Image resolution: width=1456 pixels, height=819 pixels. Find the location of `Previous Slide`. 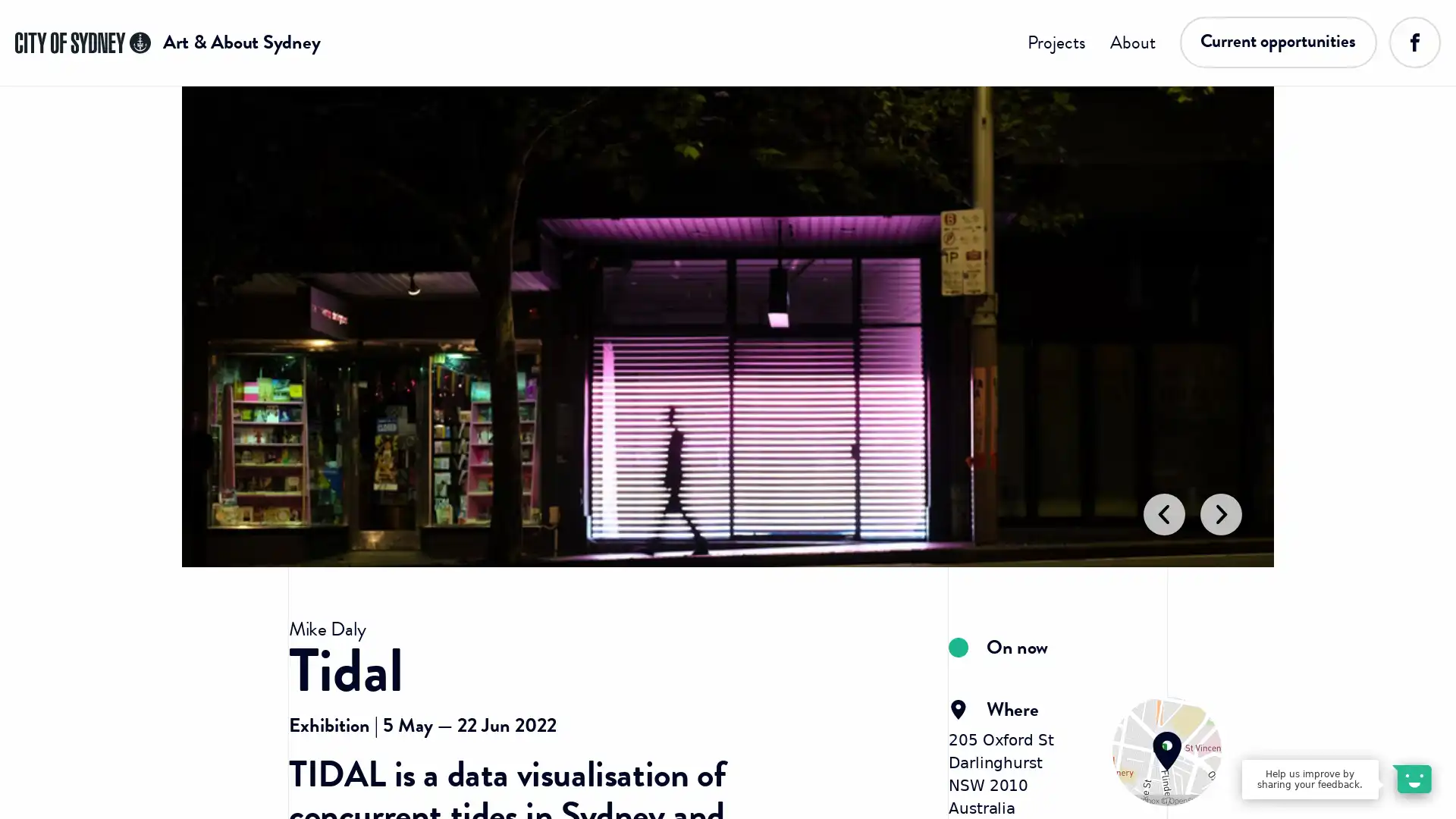

Previous Slide is located at coordinates (1161, 570).